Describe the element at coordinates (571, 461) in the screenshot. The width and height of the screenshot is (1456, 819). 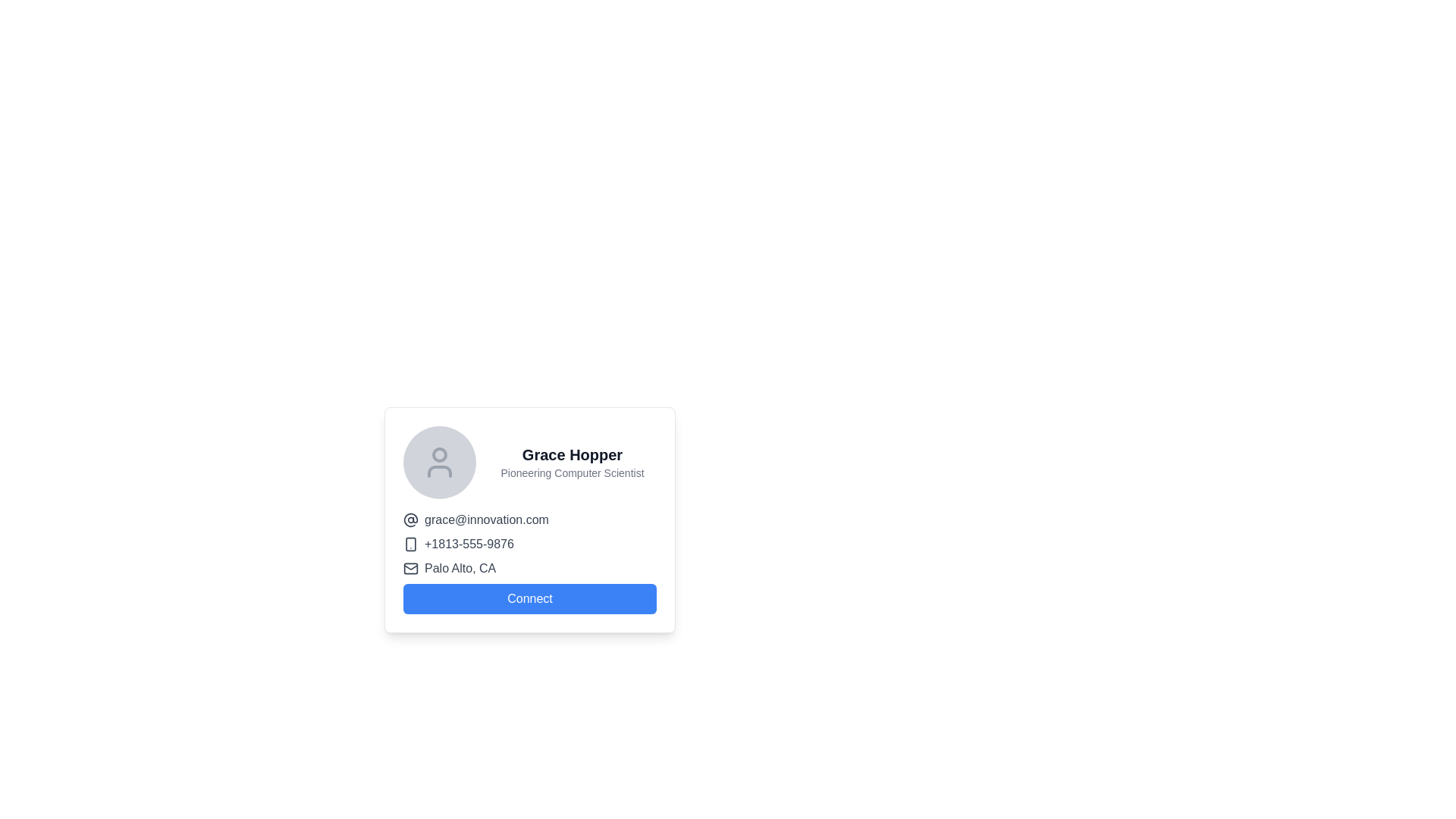
I see `the text display element that provides the name and title of the individual, located to the right of the circular avatar image in the profile card layout` at that location.